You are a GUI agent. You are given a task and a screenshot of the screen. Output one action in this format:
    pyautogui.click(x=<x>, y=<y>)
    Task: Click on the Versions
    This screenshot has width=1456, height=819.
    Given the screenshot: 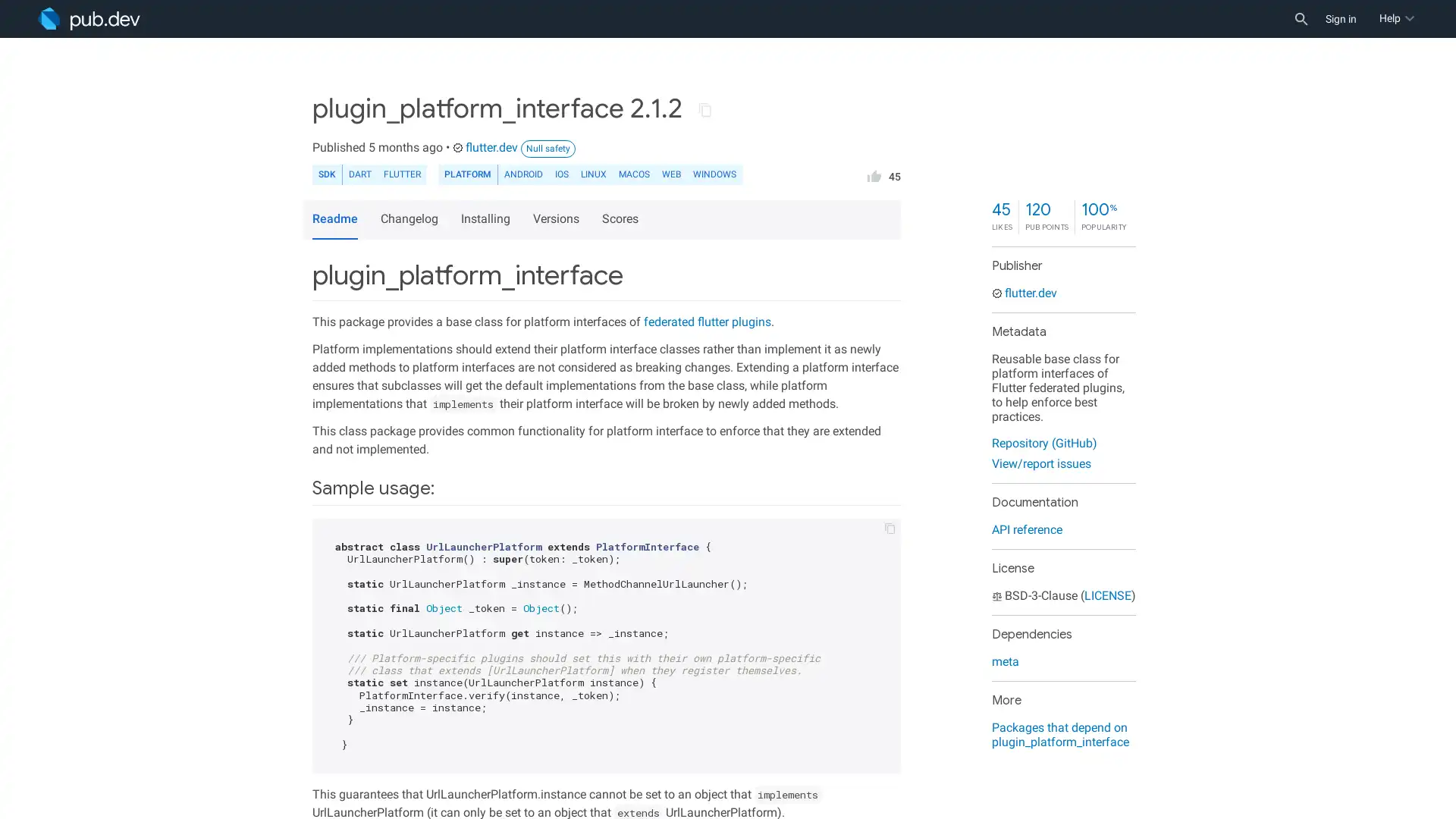 What is the action you would take?
    pyautogui.click(x=557, y=219)
    